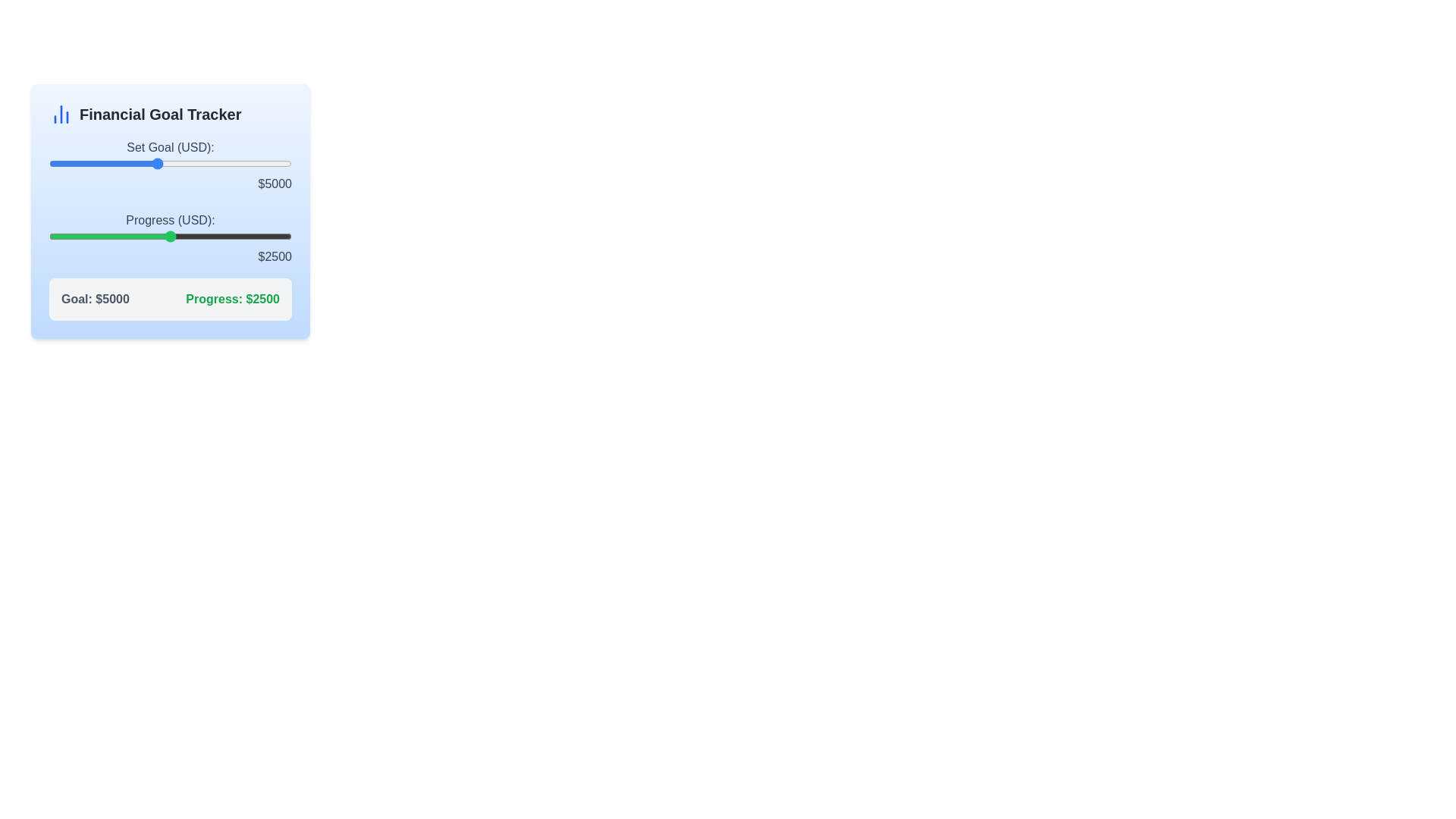 The width and height of the screenshot is (1456, 819). What do you see at coordinates (79, 164) in the screenshot?
I see `the financial goal slider to 2126 USD` at bounding box center [79, 164].